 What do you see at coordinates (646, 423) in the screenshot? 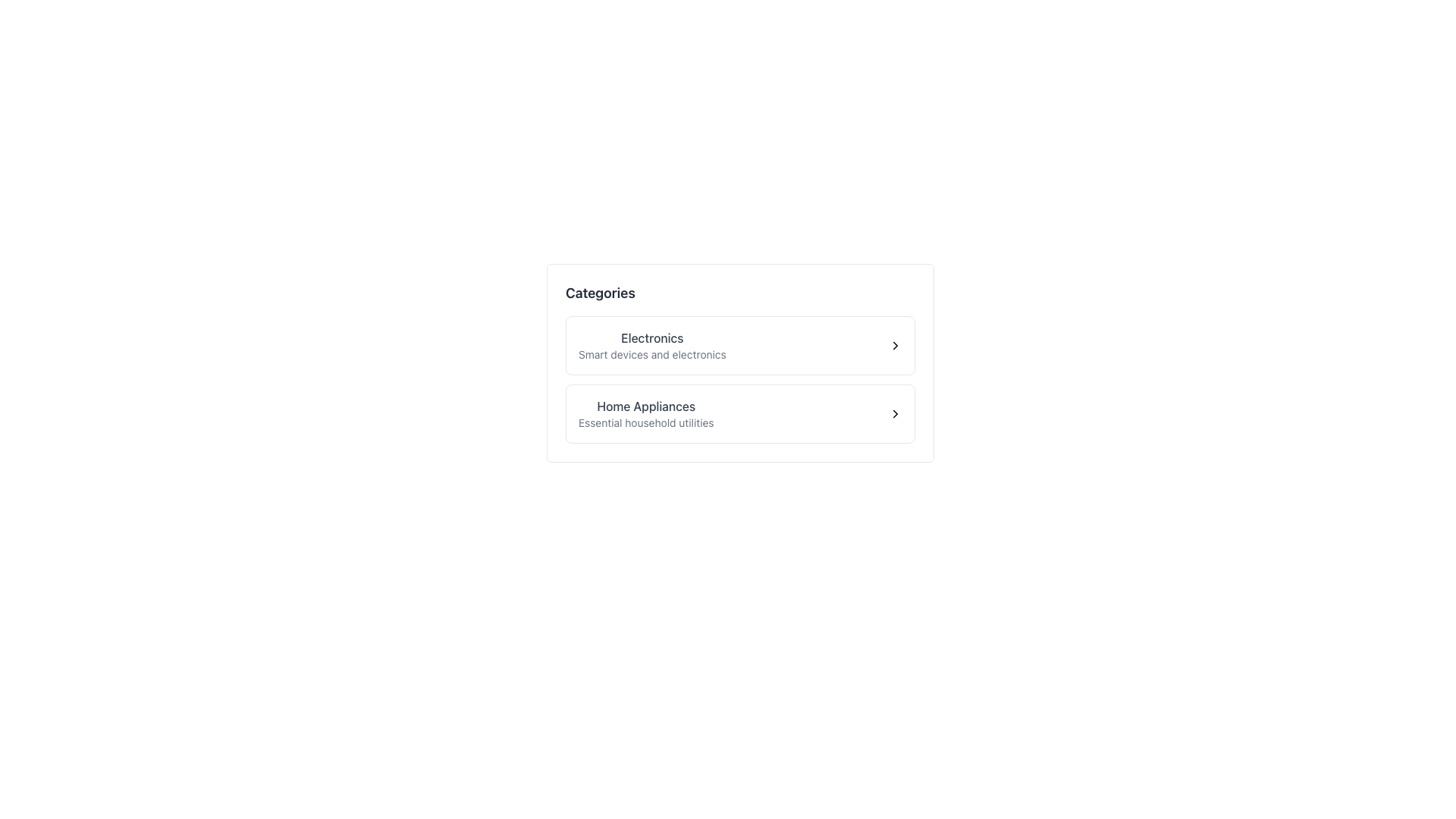
I see `the static text element that displays 'Essential household utilities', which is a descriptive subtitle located beneath the bold title 'Home Appliances' in the second list item of the category block` at bounding box center [646, 423].